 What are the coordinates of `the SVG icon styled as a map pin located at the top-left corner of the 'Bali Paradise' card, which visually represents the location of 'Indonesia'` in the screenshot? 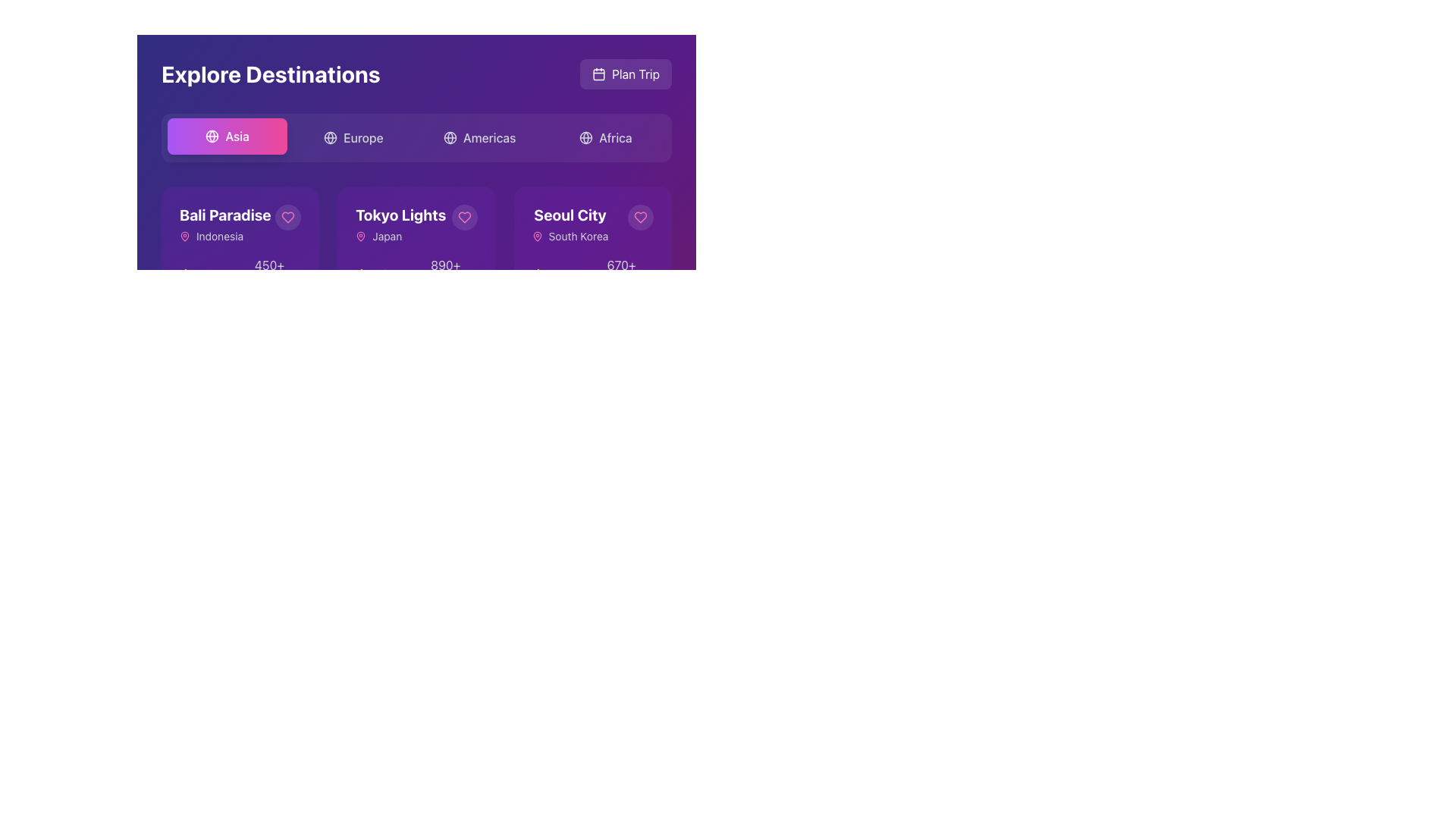 It's located at (184, 237).